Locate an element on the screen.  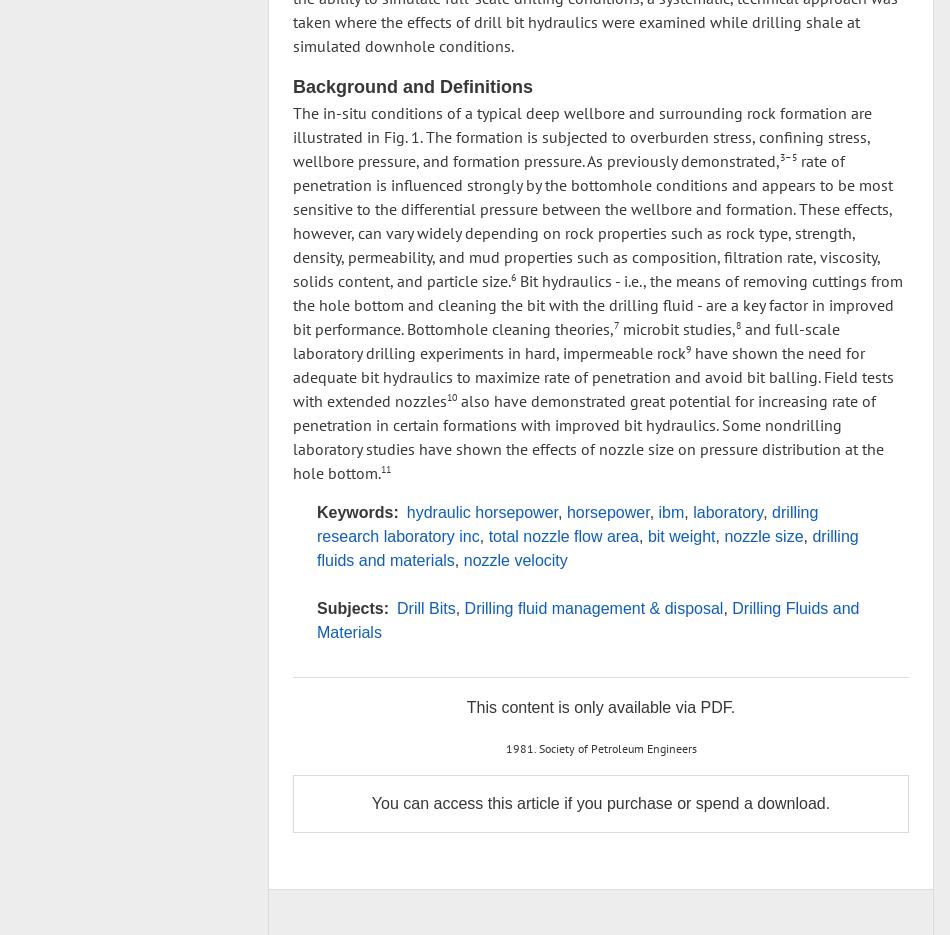
'Bit hydraulics - i.e., the means of removing cuttings from the hole bottom and cleaning the bit with the drilling fluid - are a key factor in improved bit performance. Bottomhole cleaning theories,' is located at coordinates (598, 304).